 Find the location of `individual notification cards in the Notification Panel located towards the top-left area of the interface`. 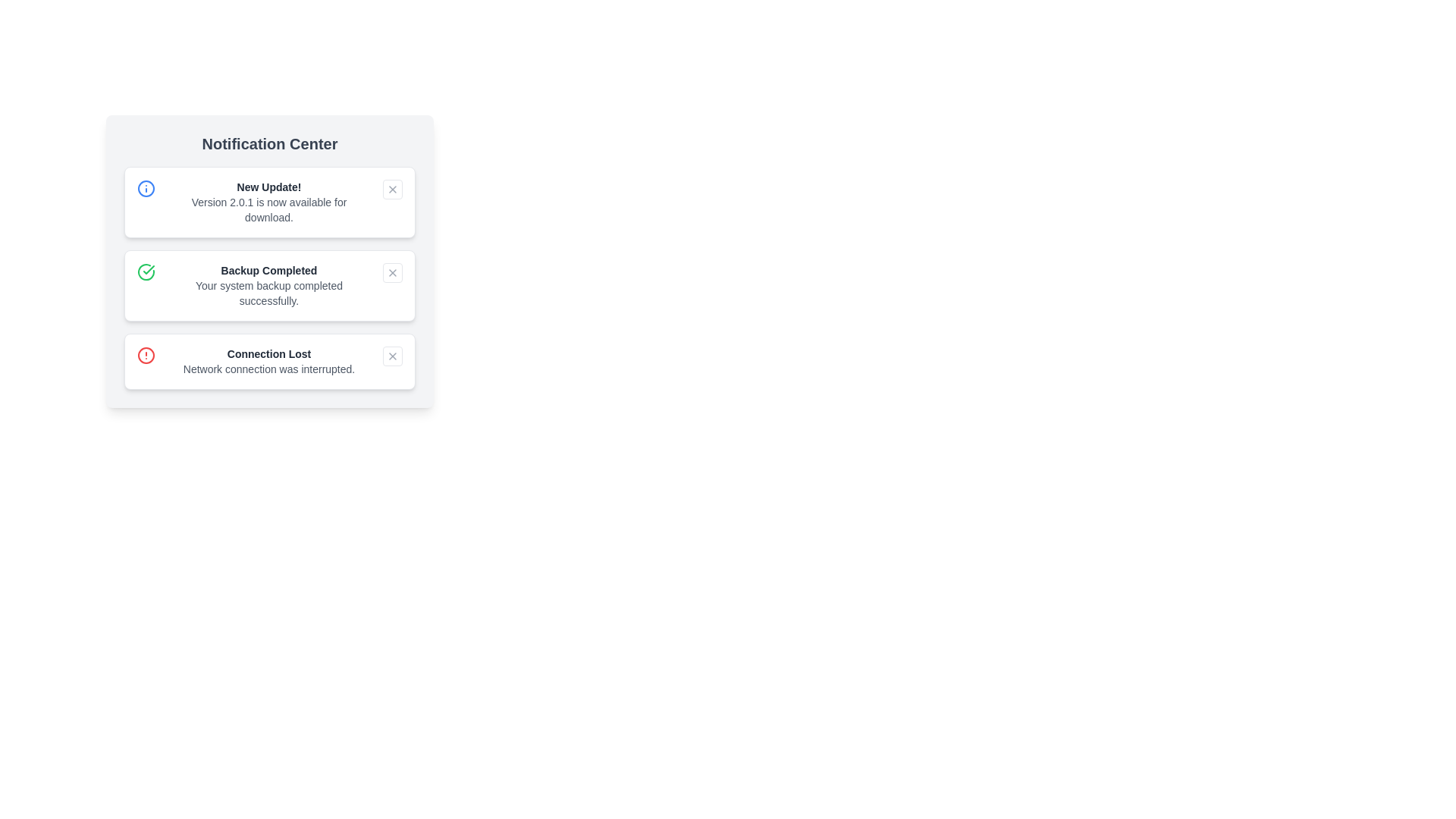

individual notification cards in the Notification Panel located towards the top-left area of the interface is located at coordinates (269, 287).